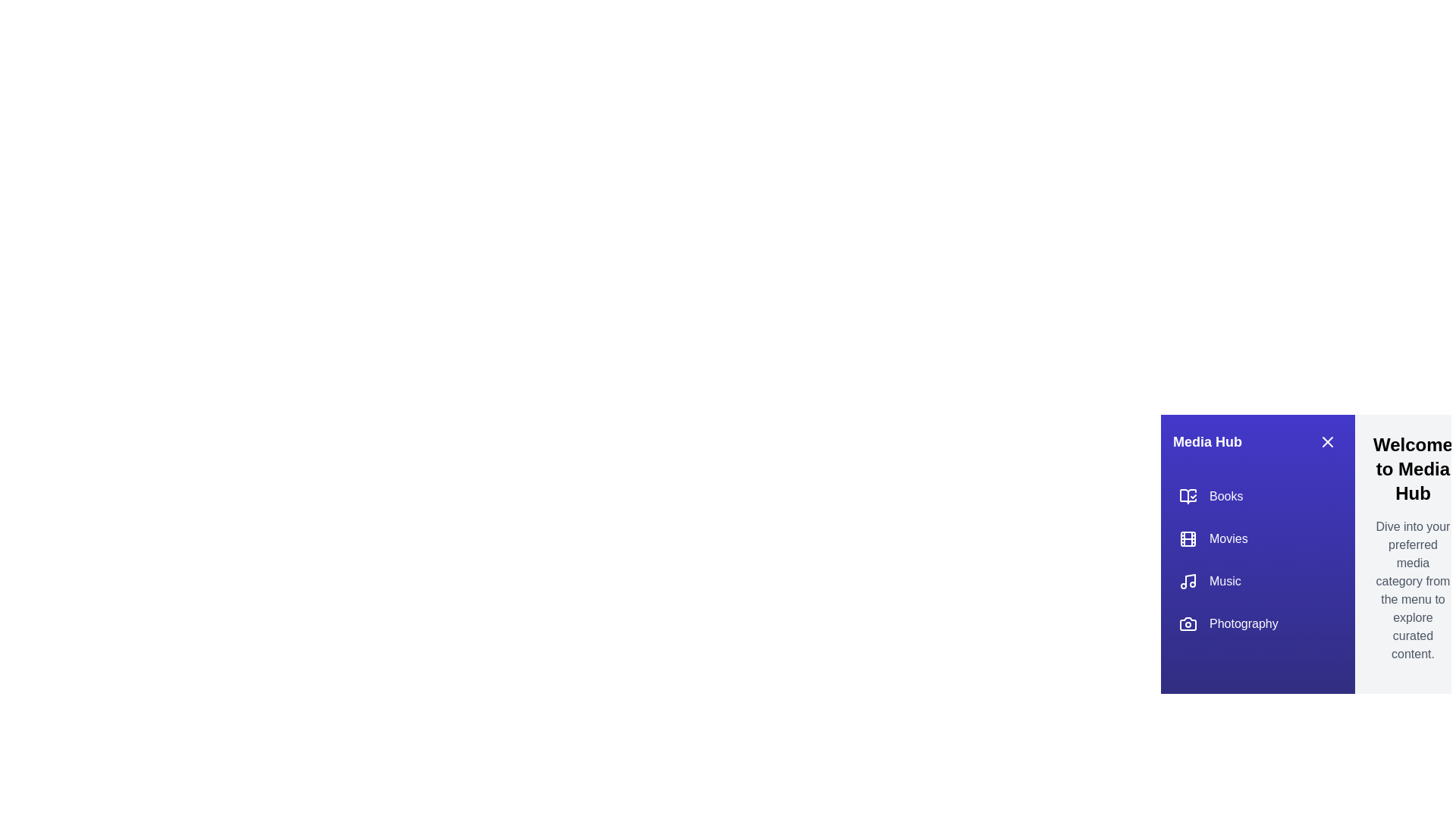 This screenshot has height=819, width=1456. Describe the element at coordinates (1258, 497) in the screenshot. I see `the category Books to select it` at that location.